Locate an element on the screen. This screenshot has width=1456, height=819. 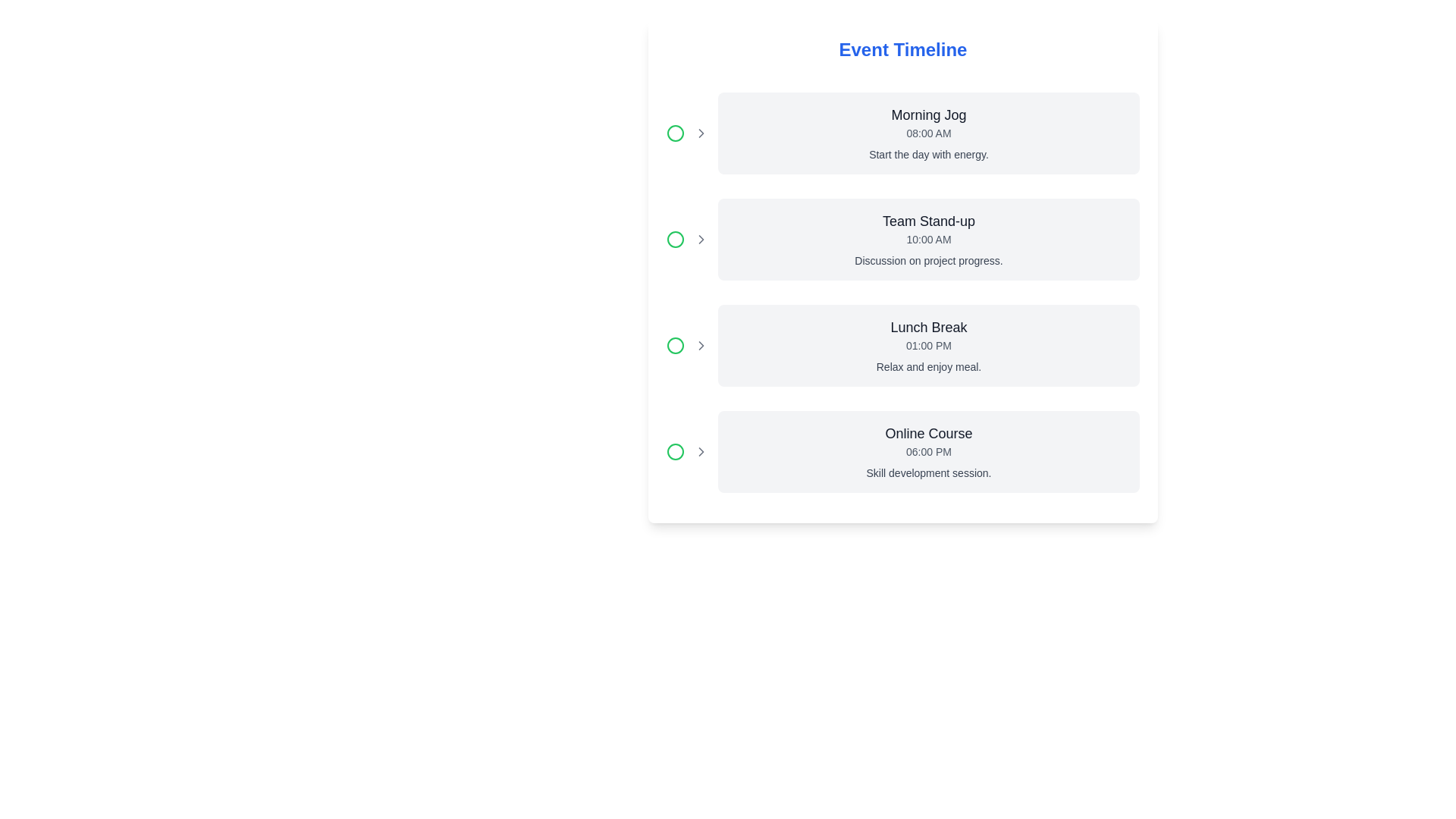
the timeline point icon representing the 'Lunch Break' event is located at coordinates (691, 345).